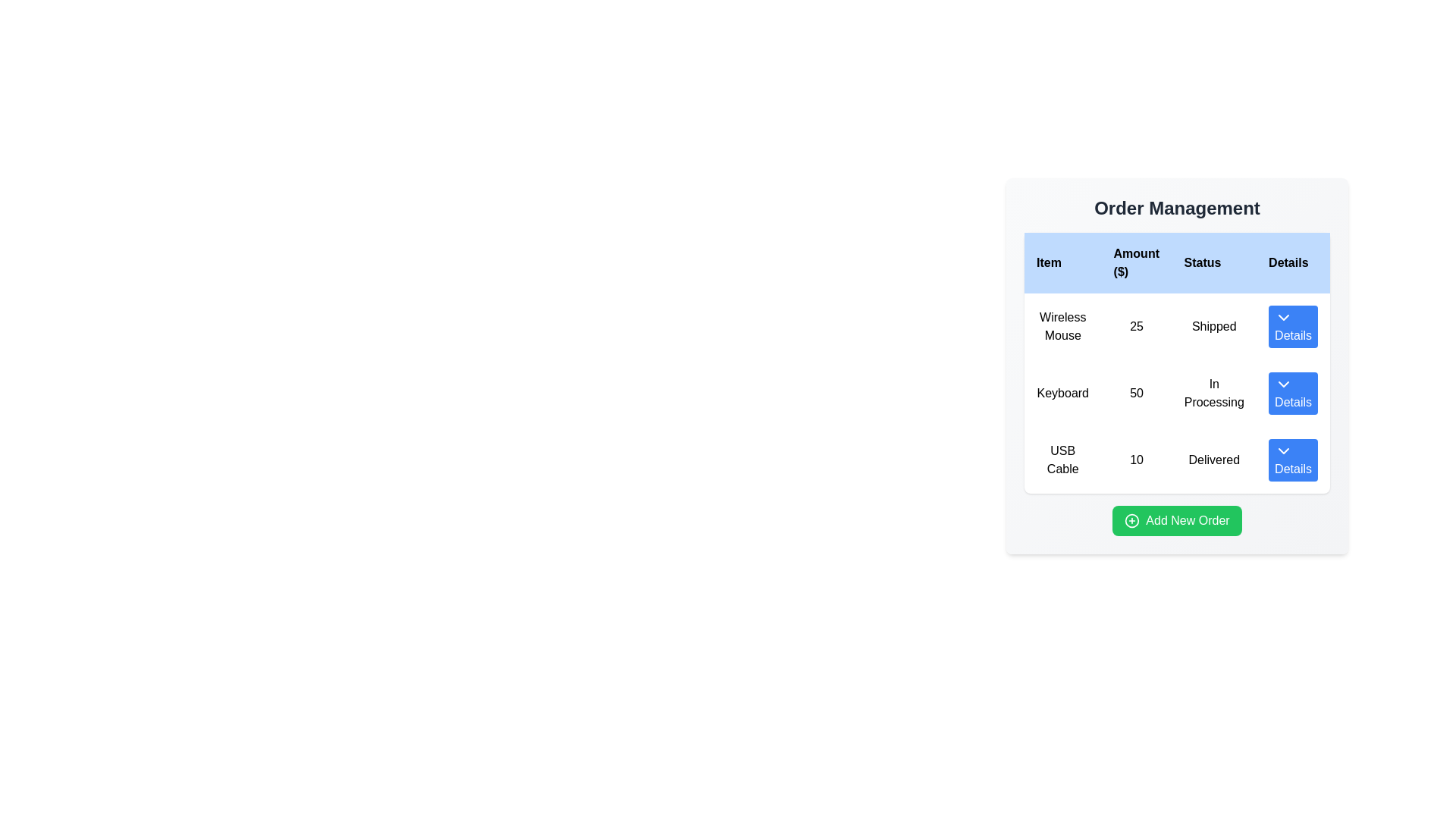 The height and width of the screenshot is (819, 1456). What do you see at coordinates (1136, 262) in the screenshot?
I see `the static text label 'Amount ($)' which is styled in bold black font and located in the blue header row of the table, positioned between the 'Item' and 'Status' labels` at bounding box center [1136, 262].